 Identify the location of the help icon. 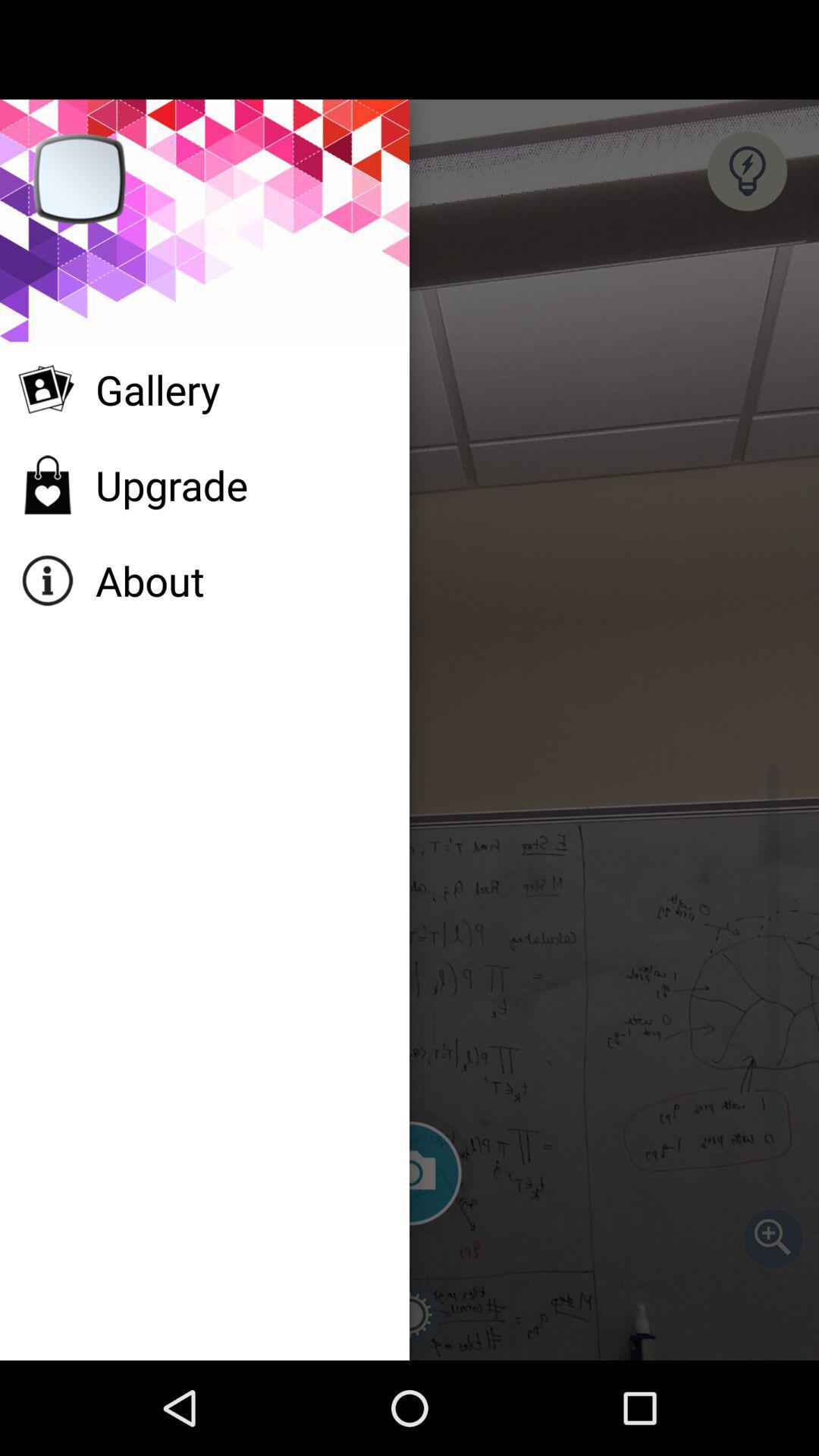
(746, 171).